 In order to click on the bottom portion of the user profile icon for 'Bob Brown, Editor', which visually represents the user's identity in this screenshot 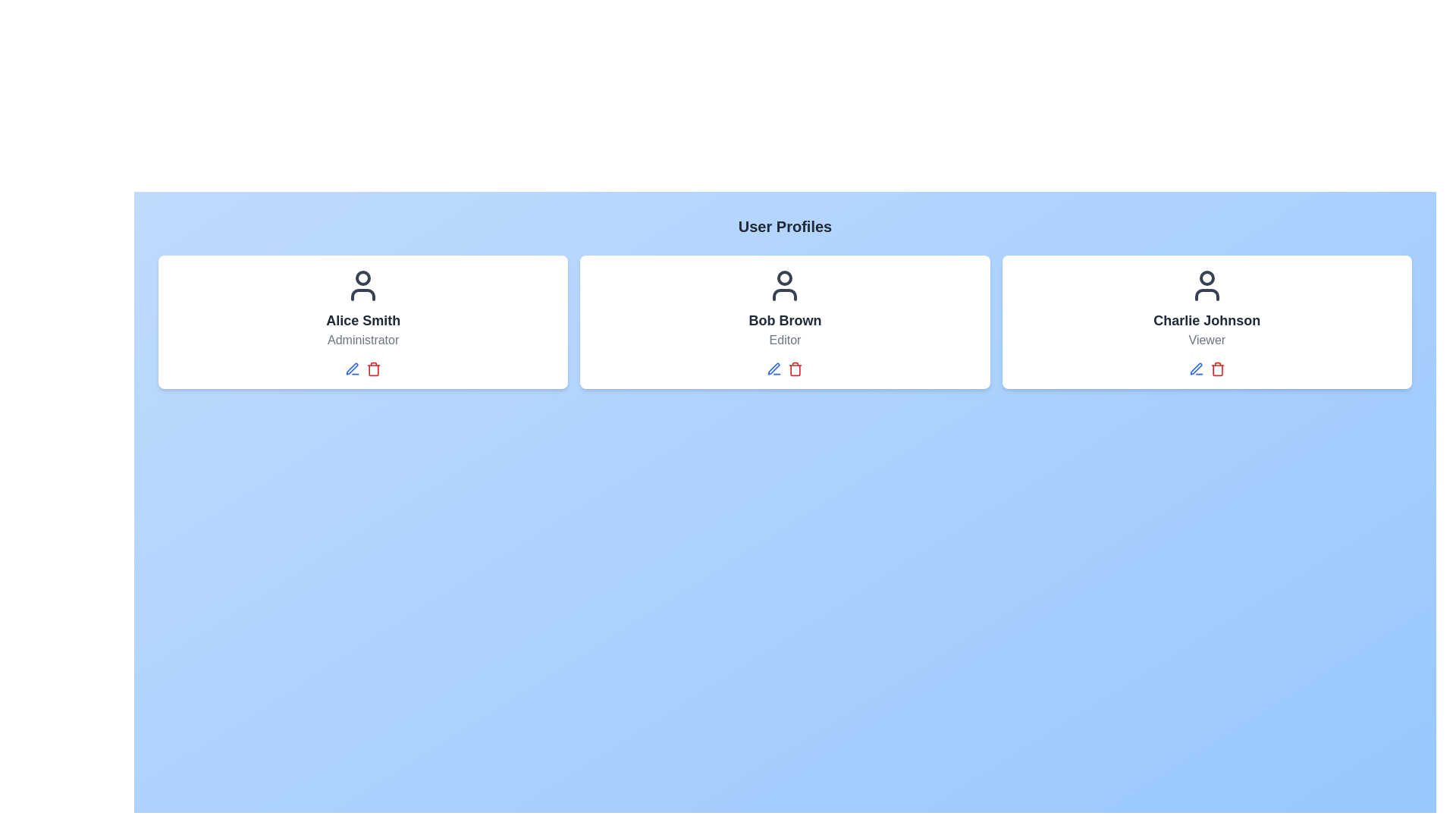, I will do `click(785, 295)`.